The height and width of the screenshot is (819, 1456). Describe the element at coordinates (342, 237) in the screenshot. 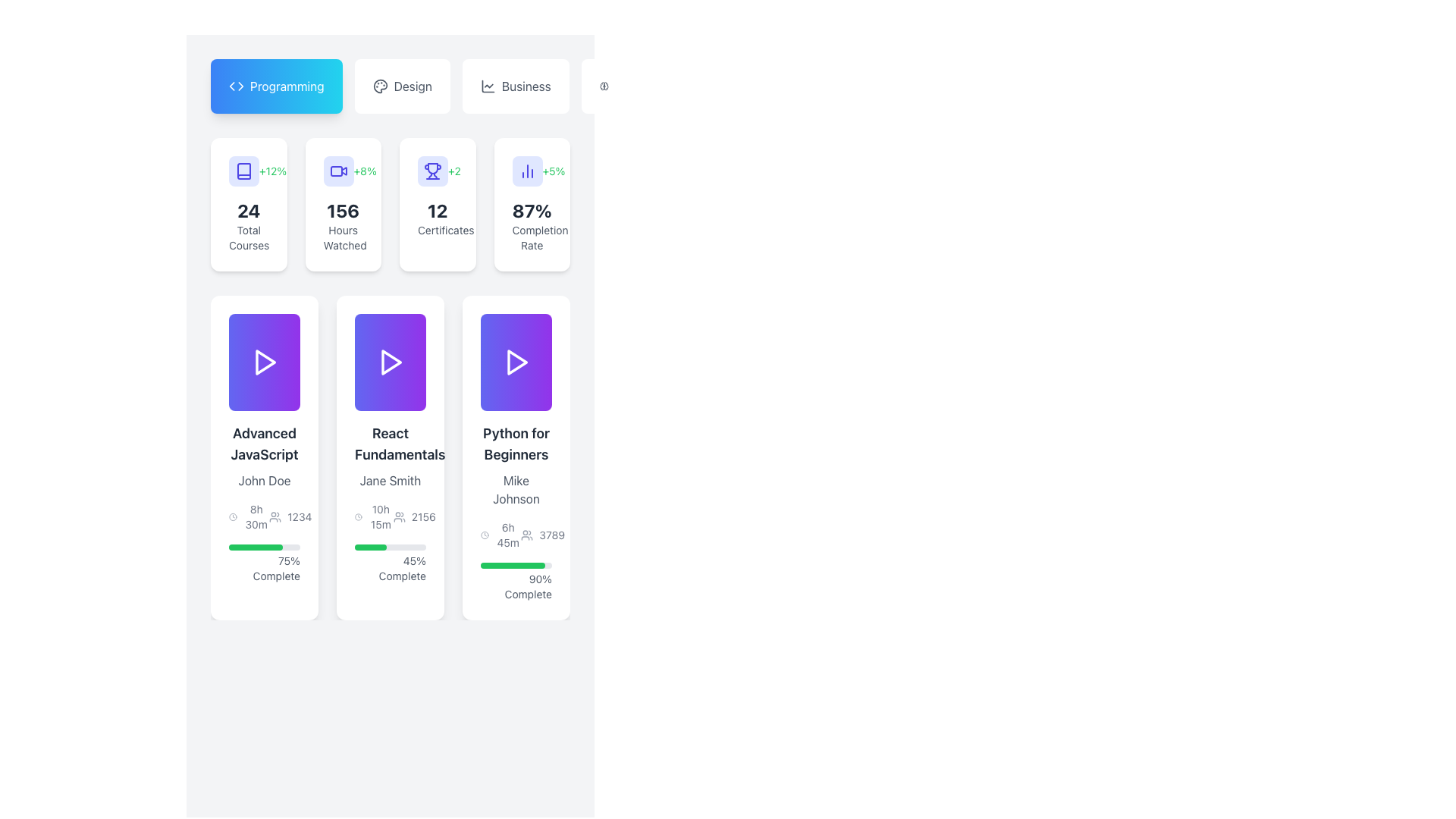

I see `text label that describes the numeric value of hours watched, positioned below the bold stat '156' in the third statistics card` at that location.